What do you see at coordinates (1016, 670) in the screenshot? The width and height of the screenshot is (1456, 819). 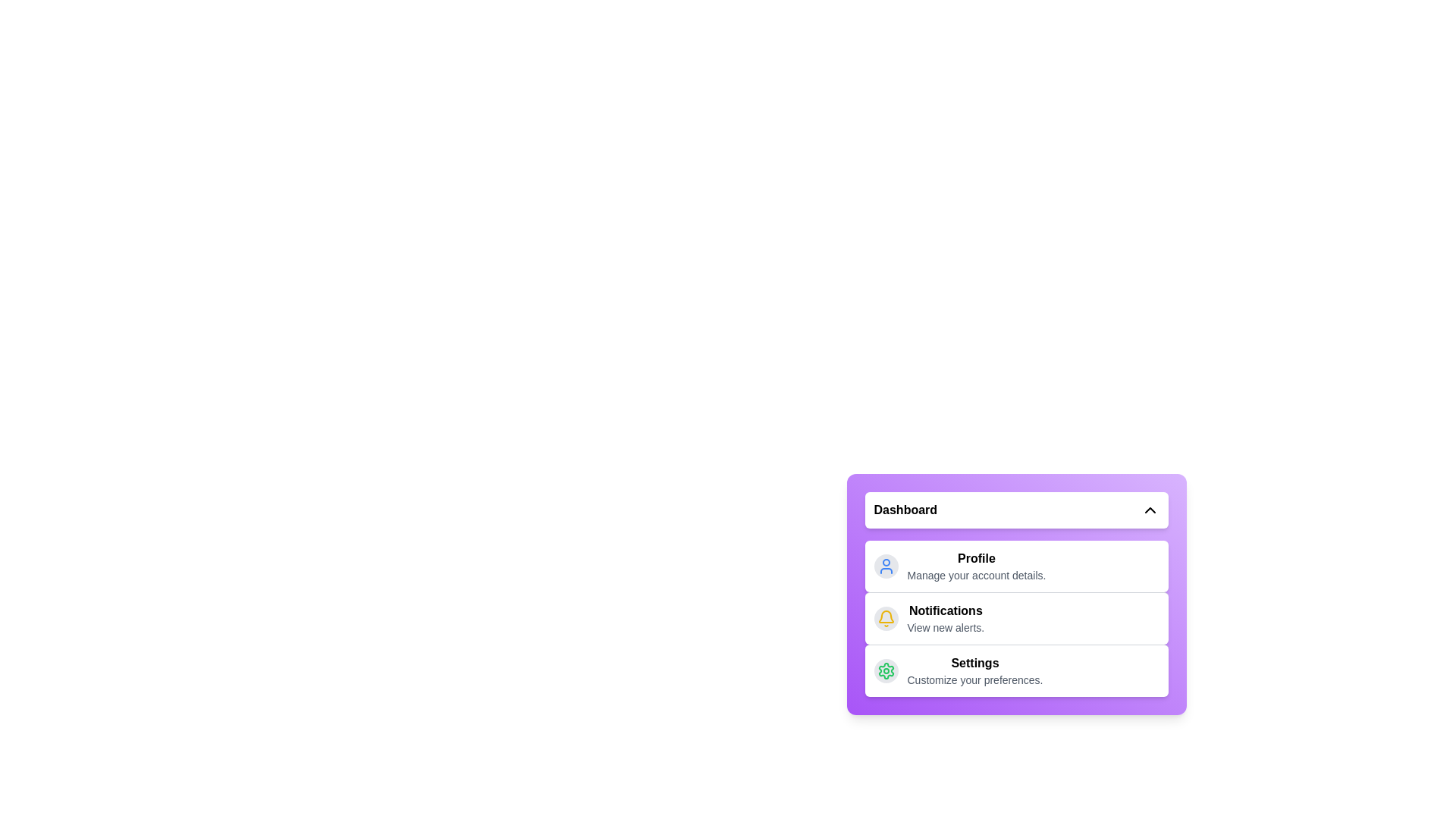 I see `the menu item Settings to view its hover effect` at bounding box center [1016, 670].